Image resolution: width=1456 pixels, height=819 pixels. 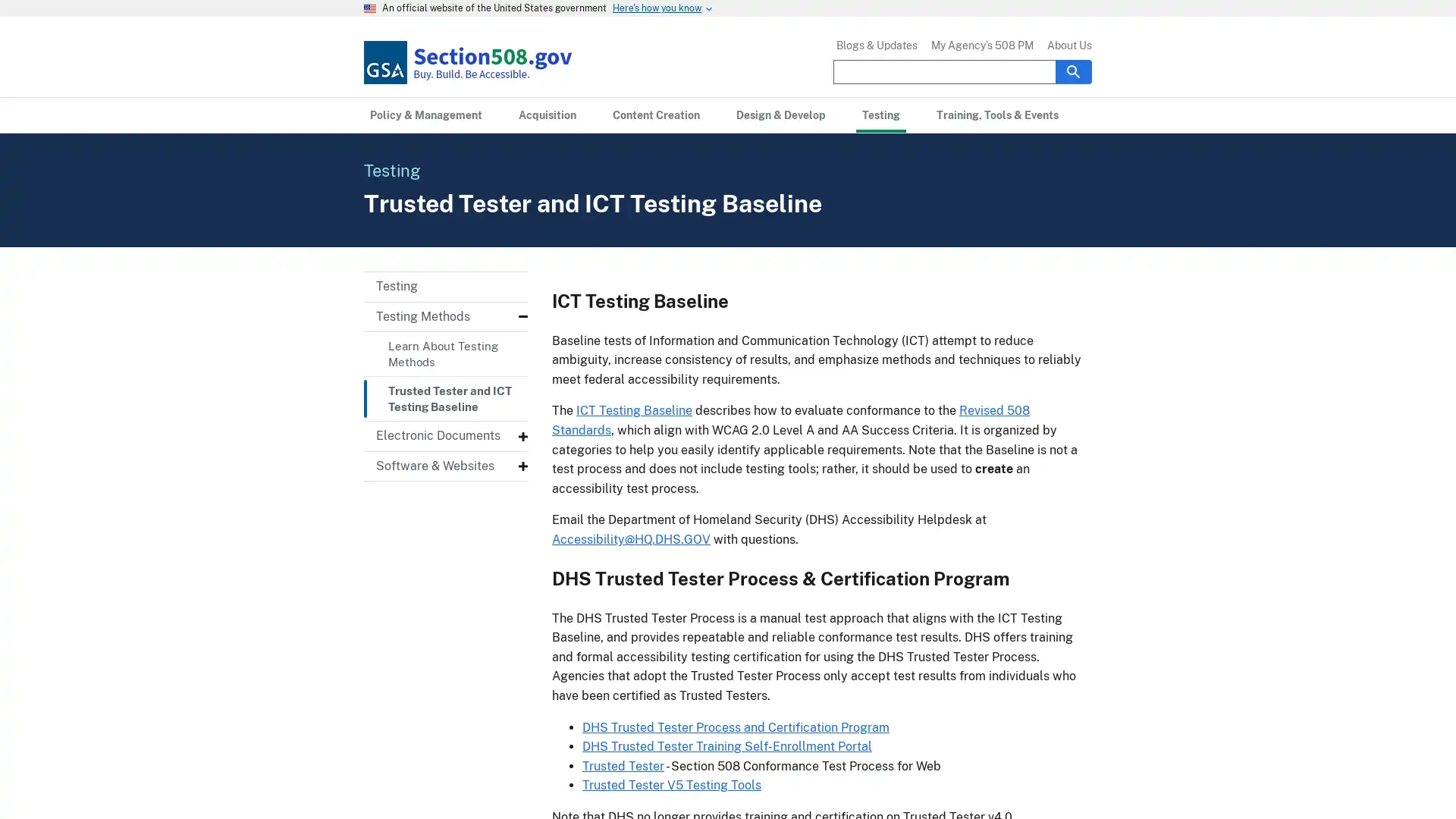 I want to click on Search, so click(x=1073, y=71).